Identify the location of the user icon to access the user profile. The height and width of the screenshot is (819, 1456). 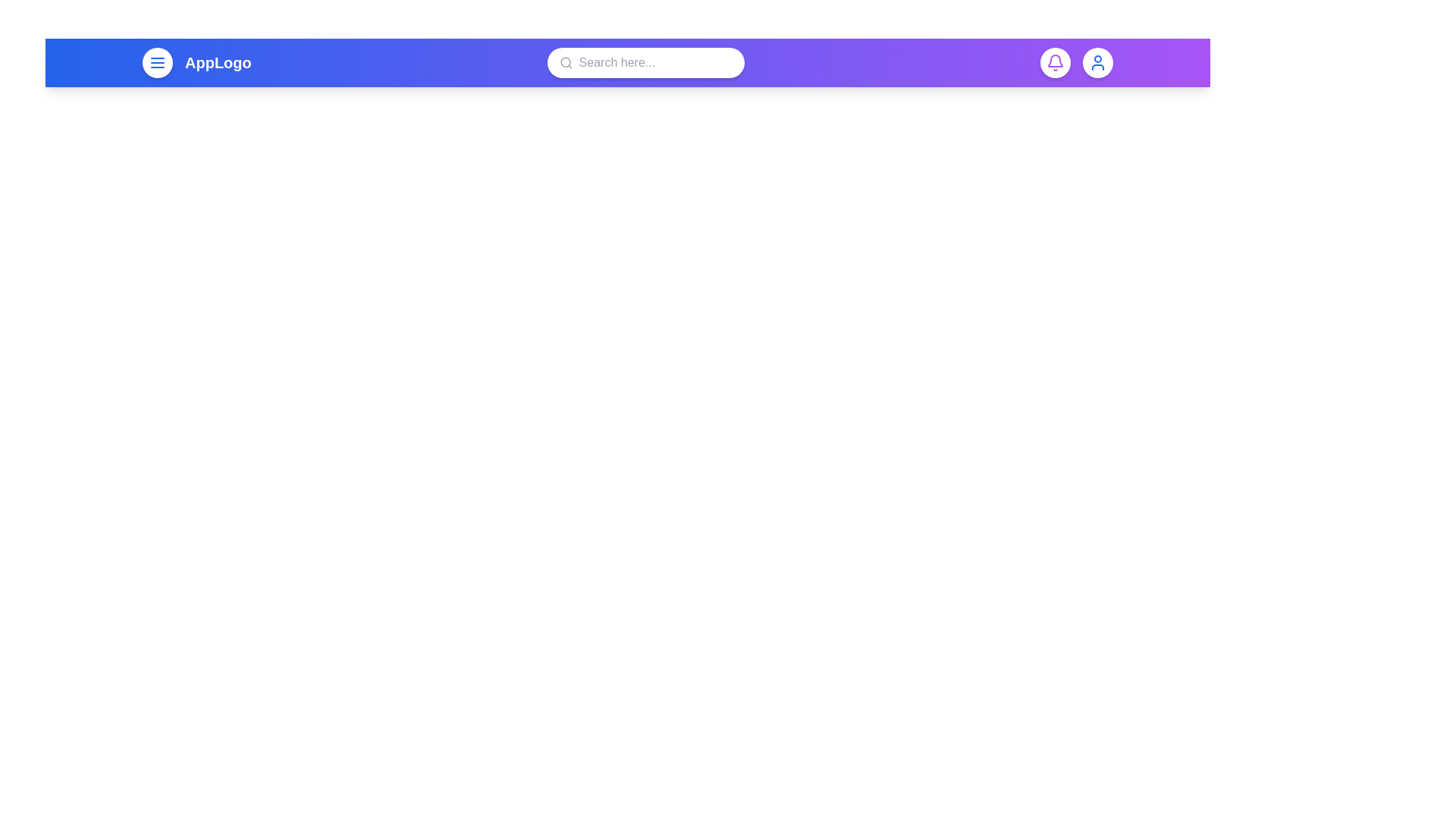
(1098, 62).